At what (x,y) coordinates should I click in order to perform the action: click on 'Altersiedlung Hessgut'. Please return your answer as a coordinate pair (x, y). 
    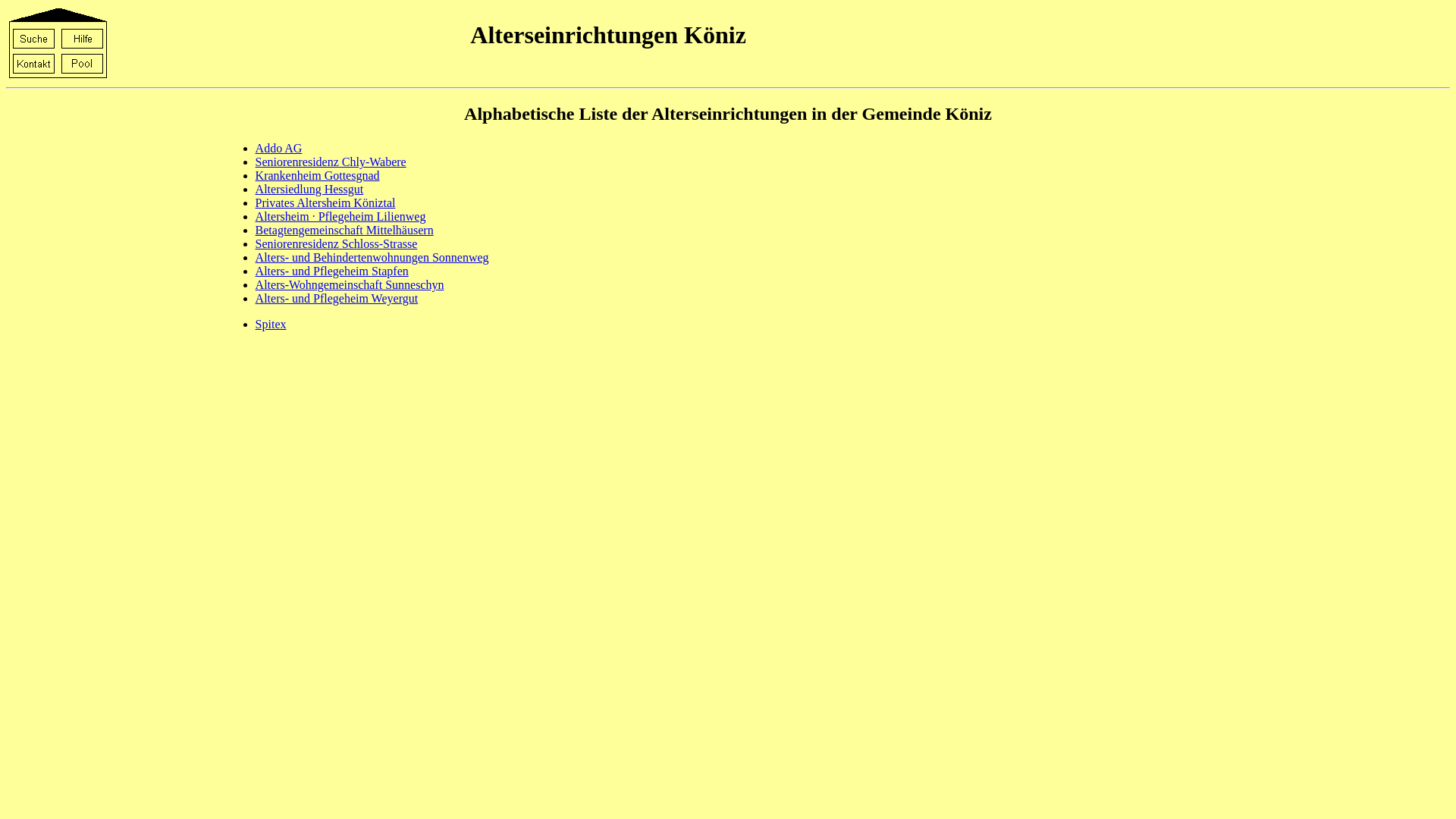
    Looking at the image, I should click on (309, 188).